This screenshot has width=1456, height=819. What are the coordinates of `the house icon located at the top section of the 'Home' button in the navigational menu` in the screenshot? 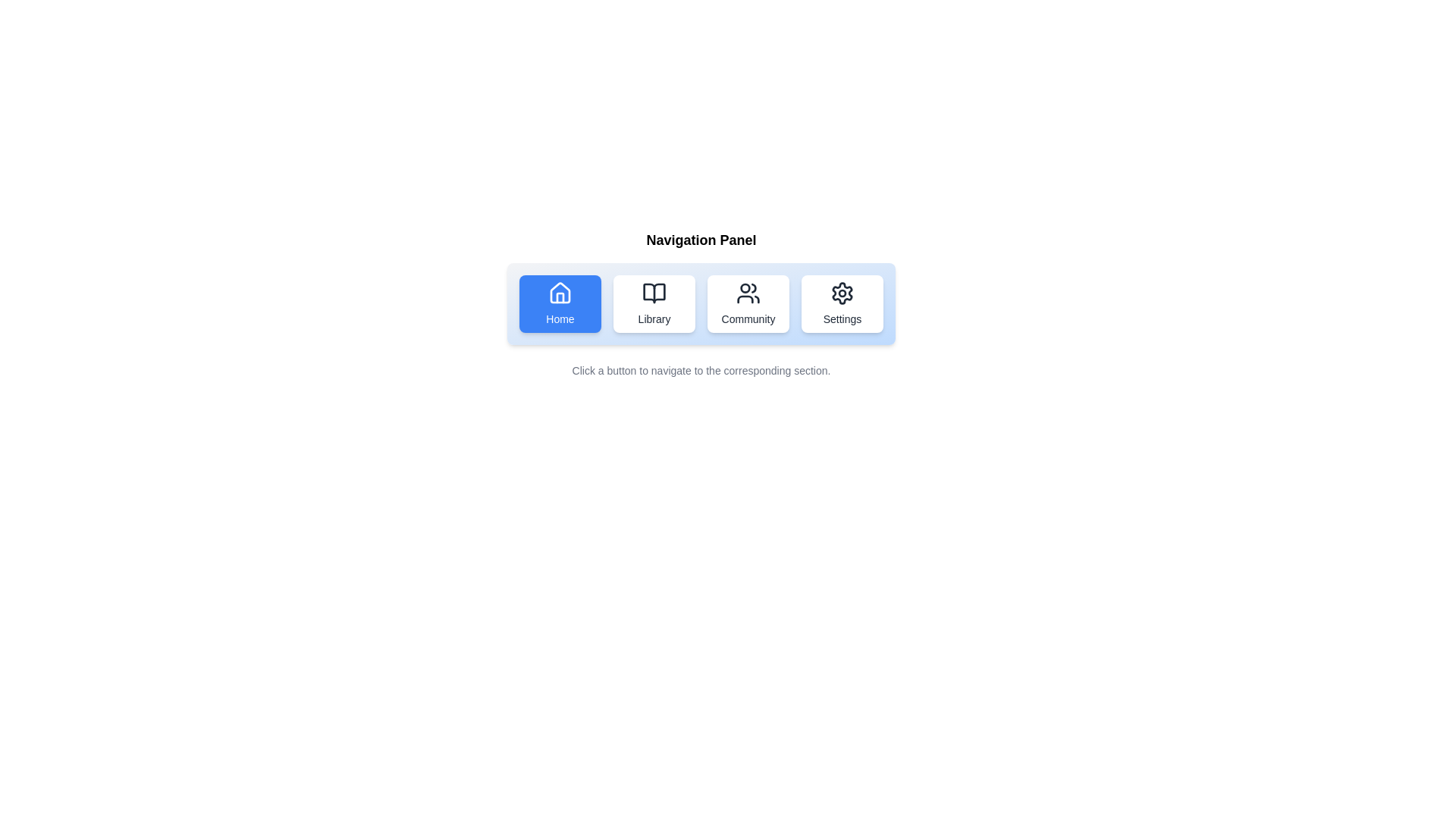 It's located at (560, 293).